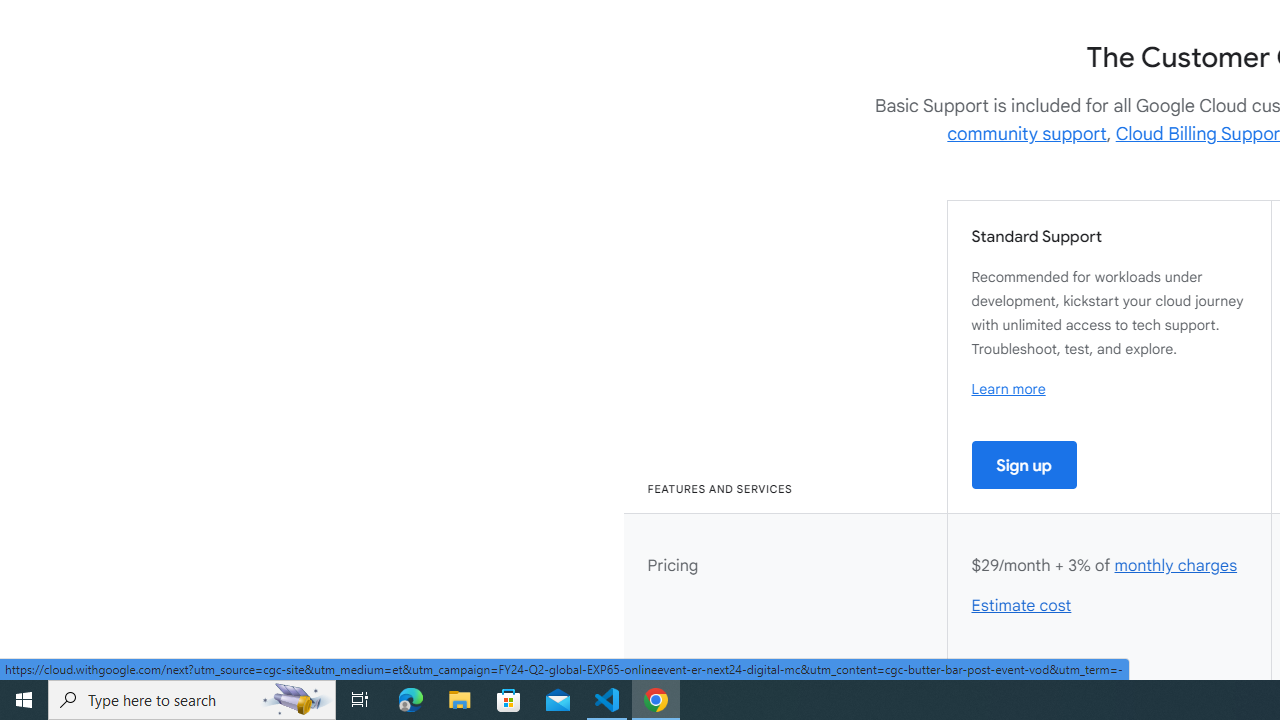  Describe the element at coordinates (1022, 605) in the screenshot. I see `'Estimate cost'` at that location.